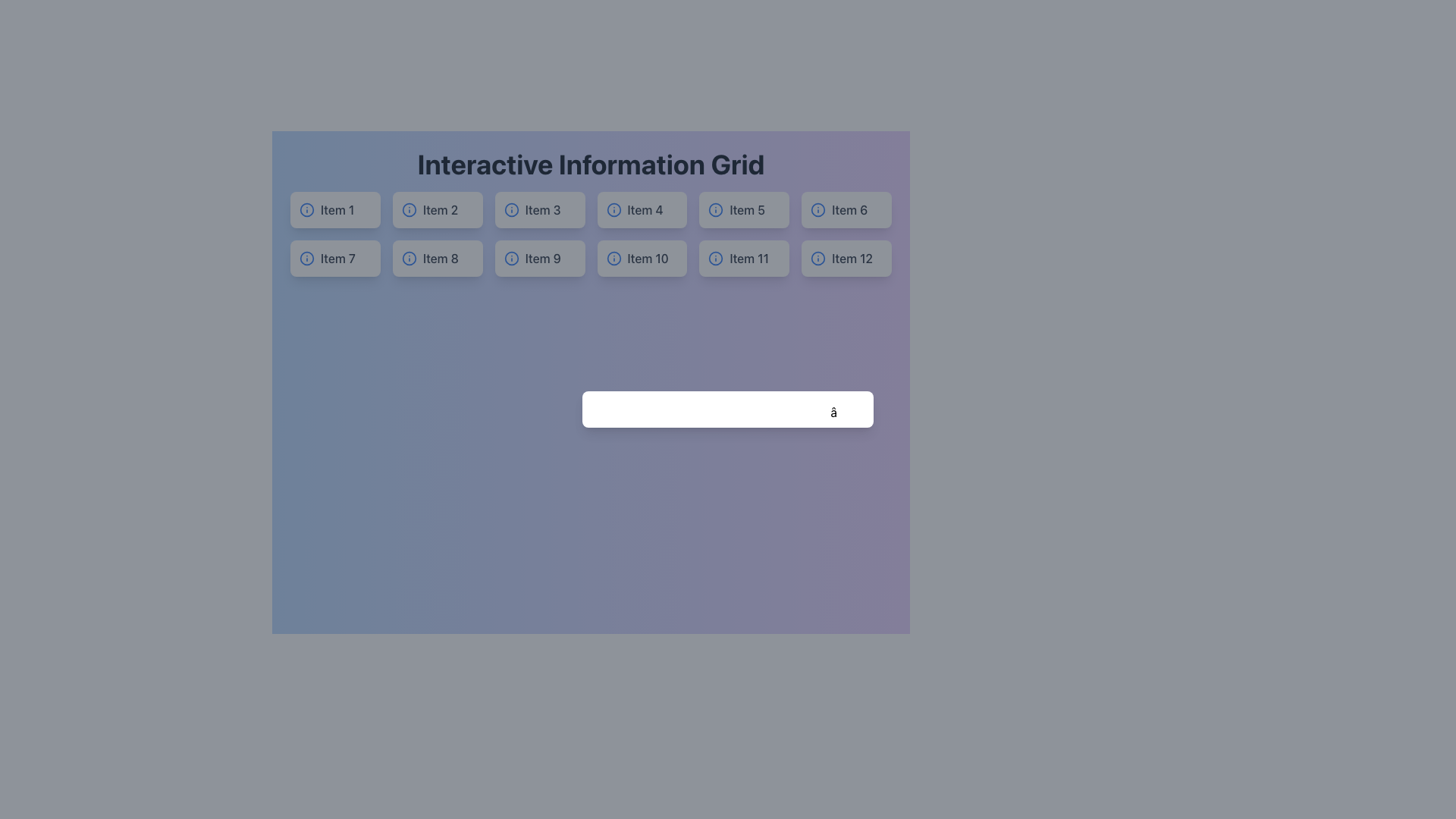 The height and width of the screenshot is (819, 1456). What do you see at coordinates (337, 210) in the screenshot?
I see `the 'Item 1' text label displayed on the light gray rectangular card within the 'Interactive Information Grid', located in the top-left corner of the first card in the grid` at bounding box center [337, 210].